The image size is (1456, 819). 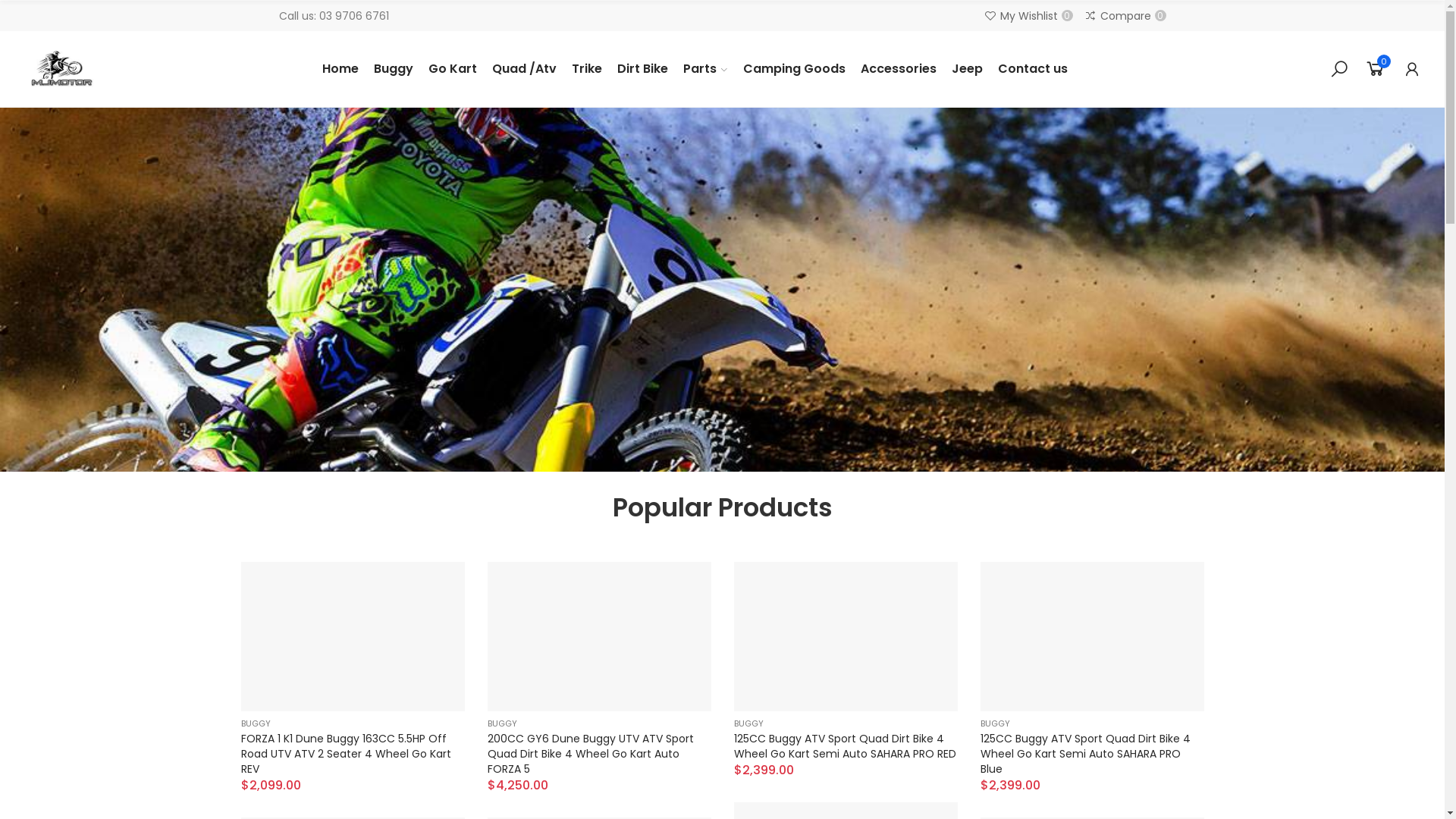 What do you see at coordinates (792, 69) in the screenshot?
I see `'Camping Goods'` at bounding box center [792, 69].